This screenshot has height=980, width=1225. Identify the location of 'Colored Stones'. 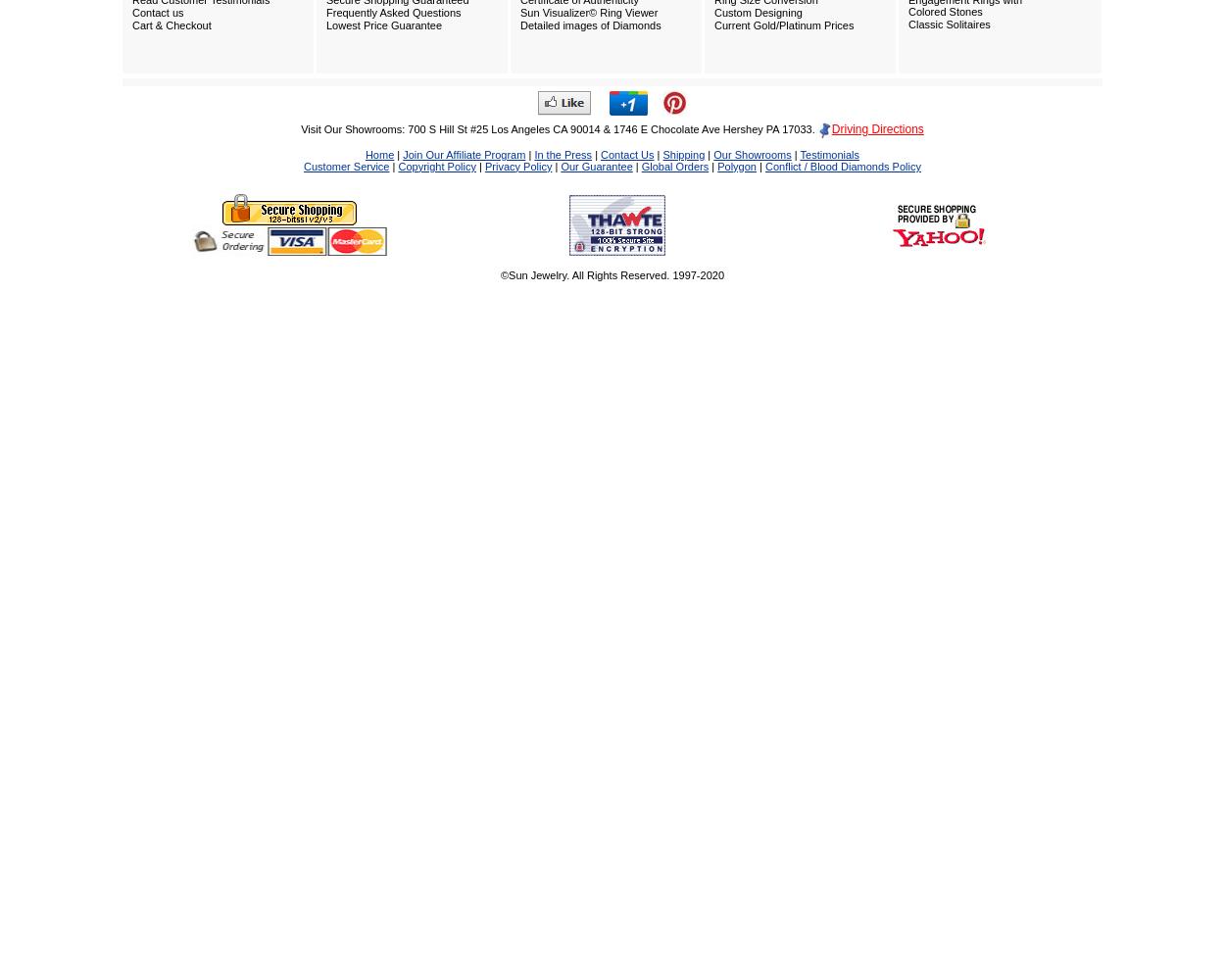
(944, 11).